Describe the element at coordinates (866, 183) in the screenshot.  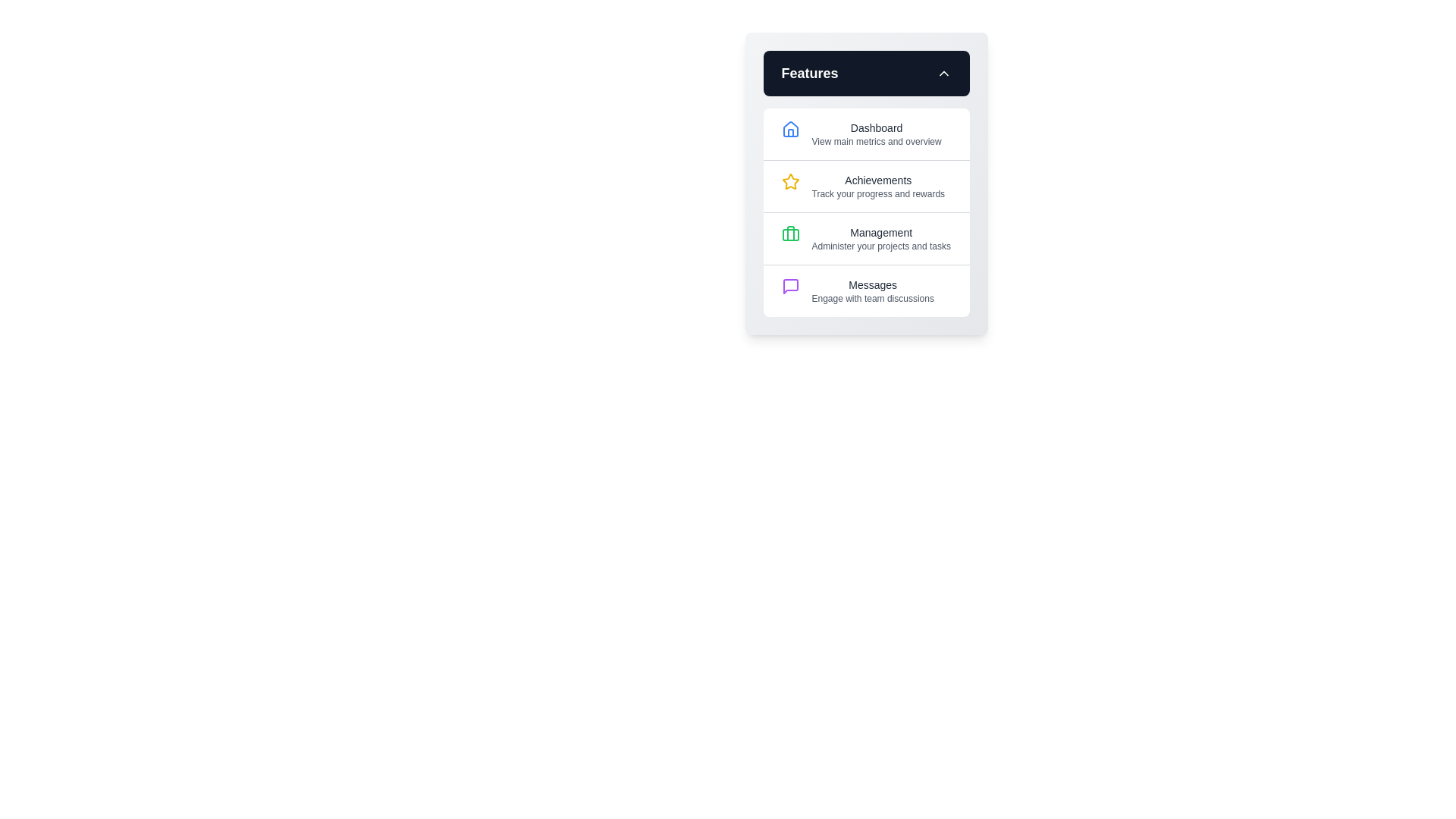
I see `the Menu widget` at that location.